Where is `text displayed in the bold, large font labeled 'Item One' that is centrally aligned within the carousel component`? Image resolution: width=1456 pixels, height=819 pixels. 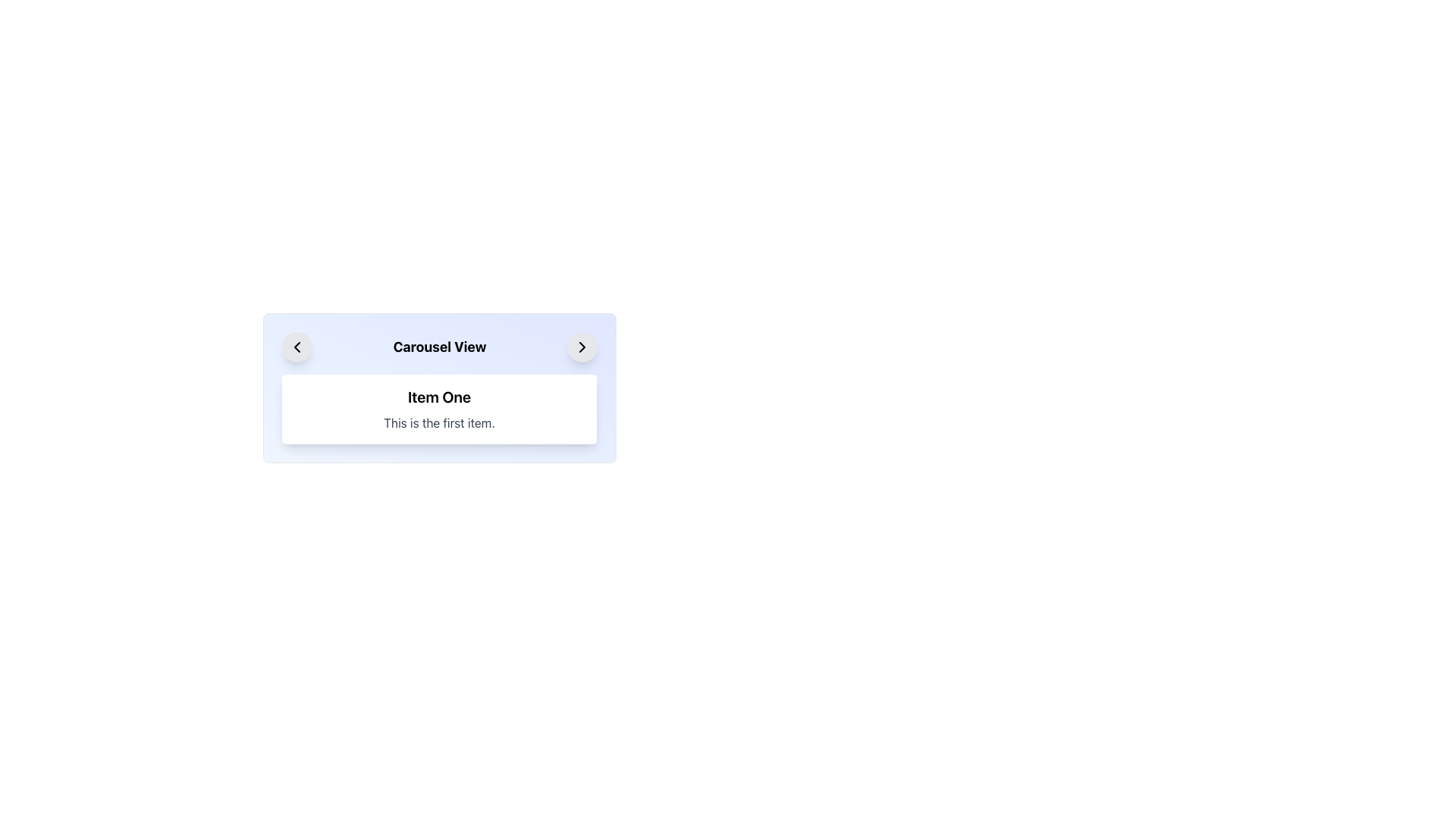 text displayed in the bold, large font labeled 'Item One' that is centrally aligned within the carousel component is located at coordinates (438, 397).